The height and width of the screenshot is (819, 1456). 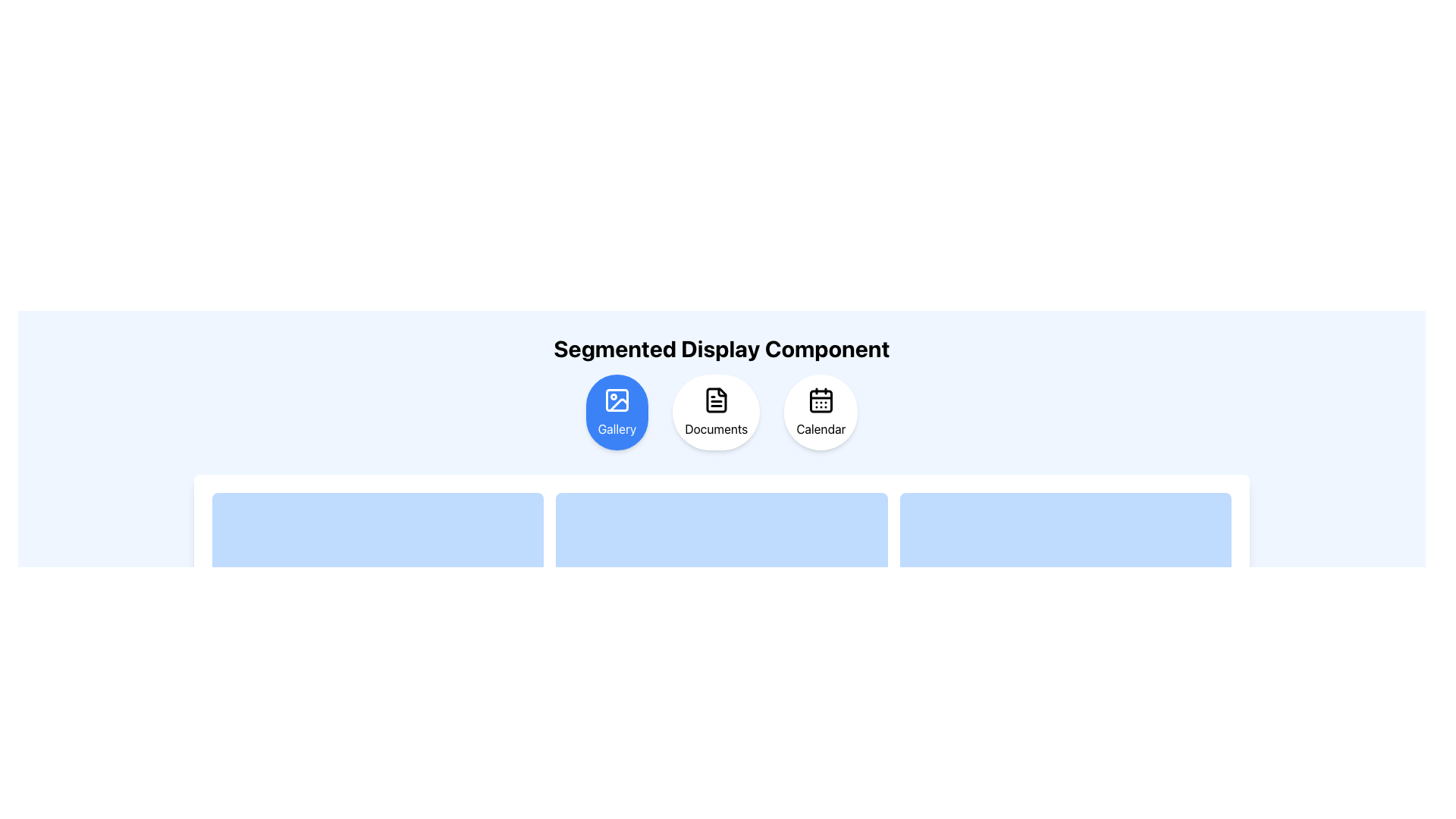 What do you see at coordinates (715, 429) in the screenshot?
I see `the 'Documents' text label, which is styled in black and positioned within a circular button below a document icon` at bounding box center [715, 429].